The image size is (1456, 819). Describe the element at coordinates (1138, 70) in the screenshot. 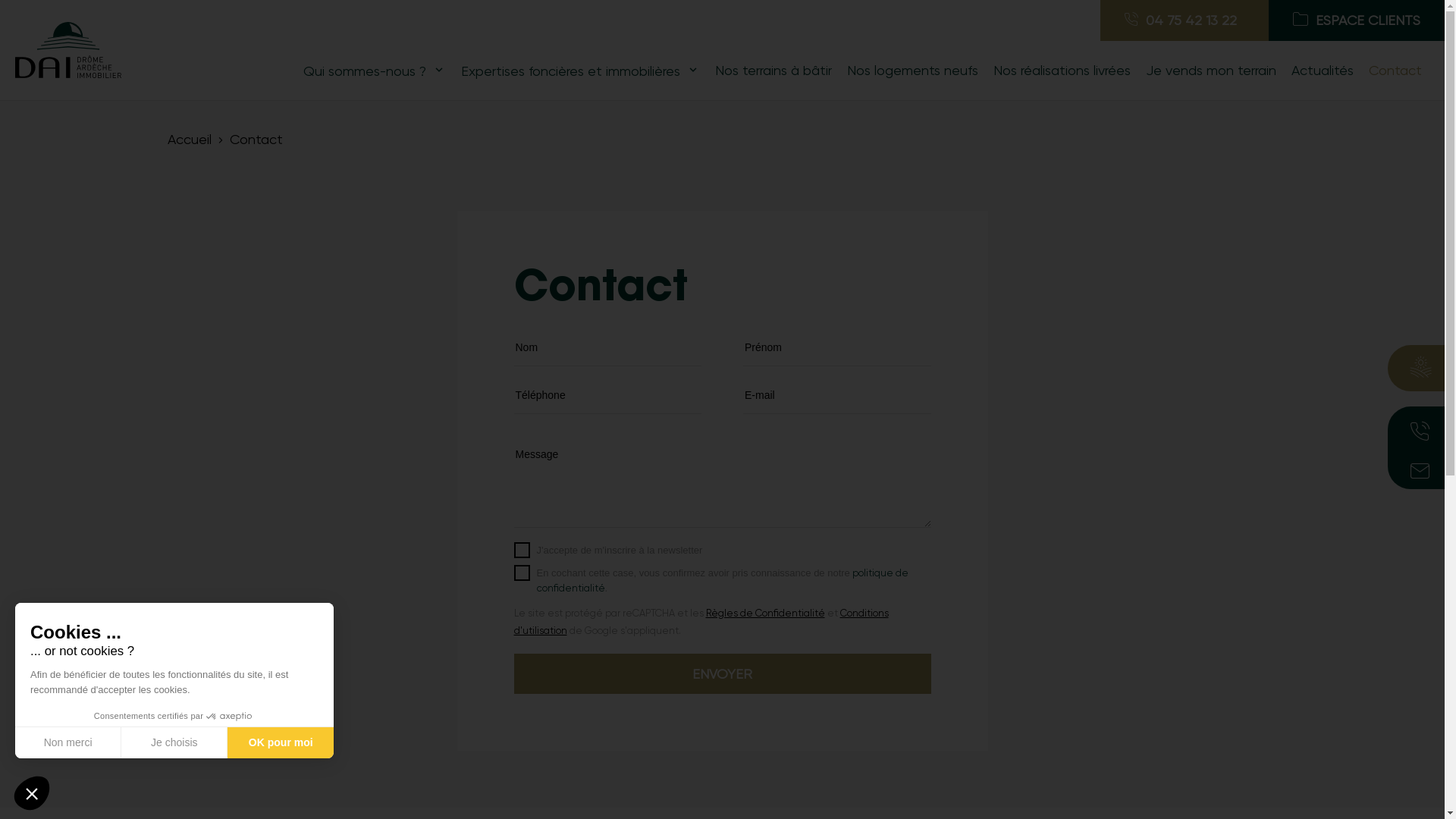

I see `'Je vends mon terrain'` at that location.